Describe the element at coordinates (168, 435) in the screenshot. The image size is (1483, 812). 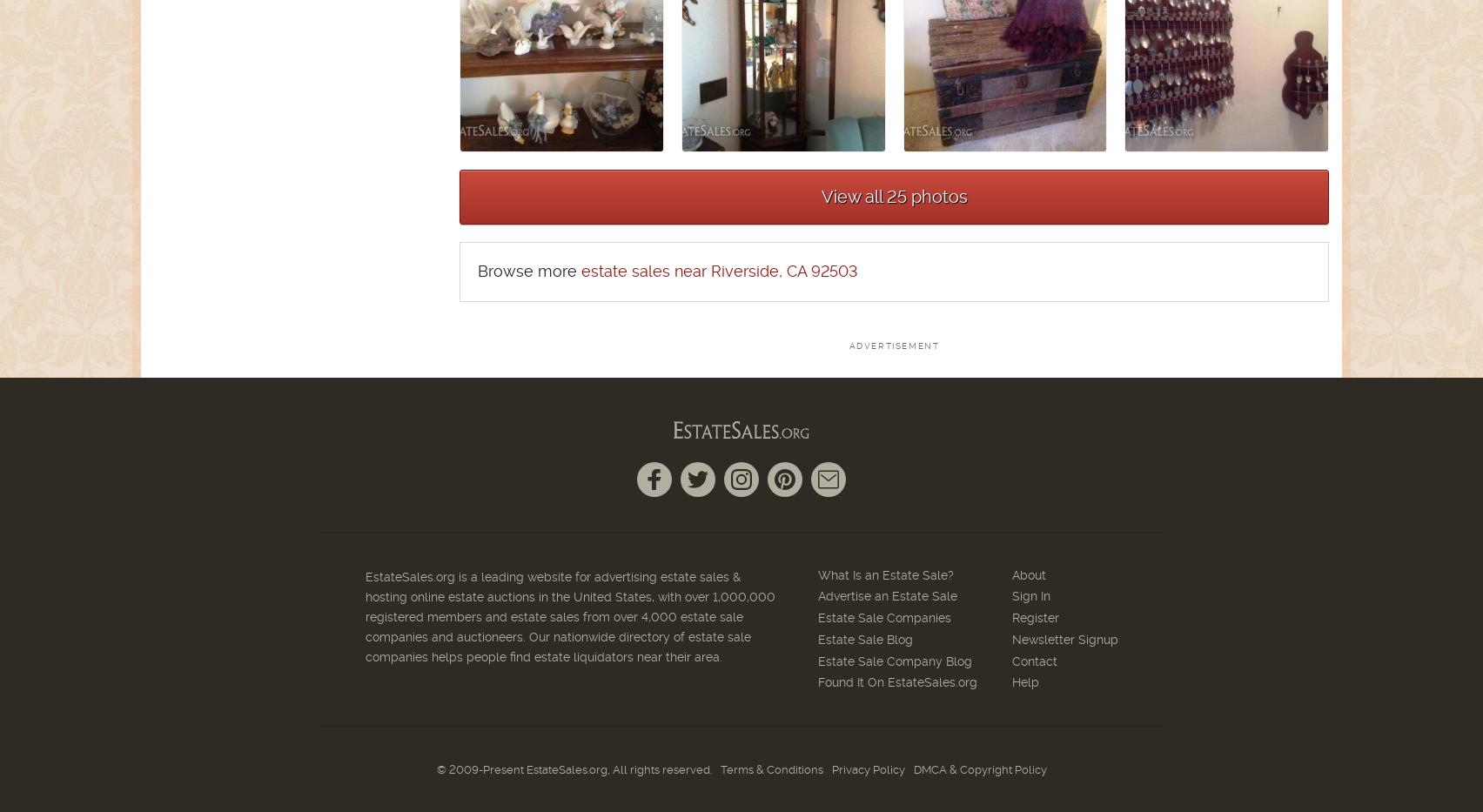
I see `'·         Collection of salt and peppers'` at that location.